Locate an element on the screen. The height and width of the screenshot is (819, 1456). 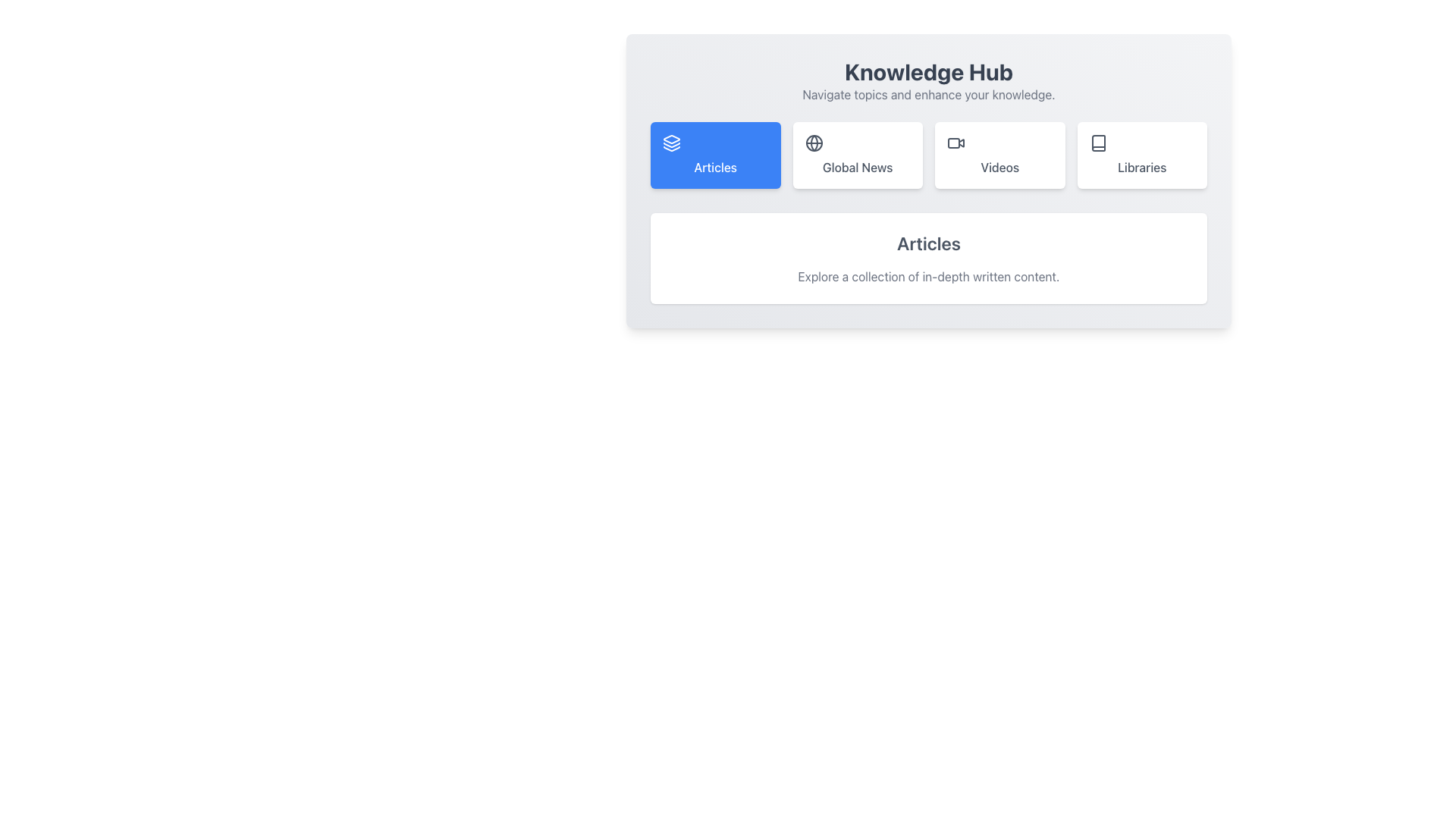
text content of the 'Global News' element, which is styled with a medium font weight and positioned at the bottom-center of a rectangular card is located at coordinates (858, 167).